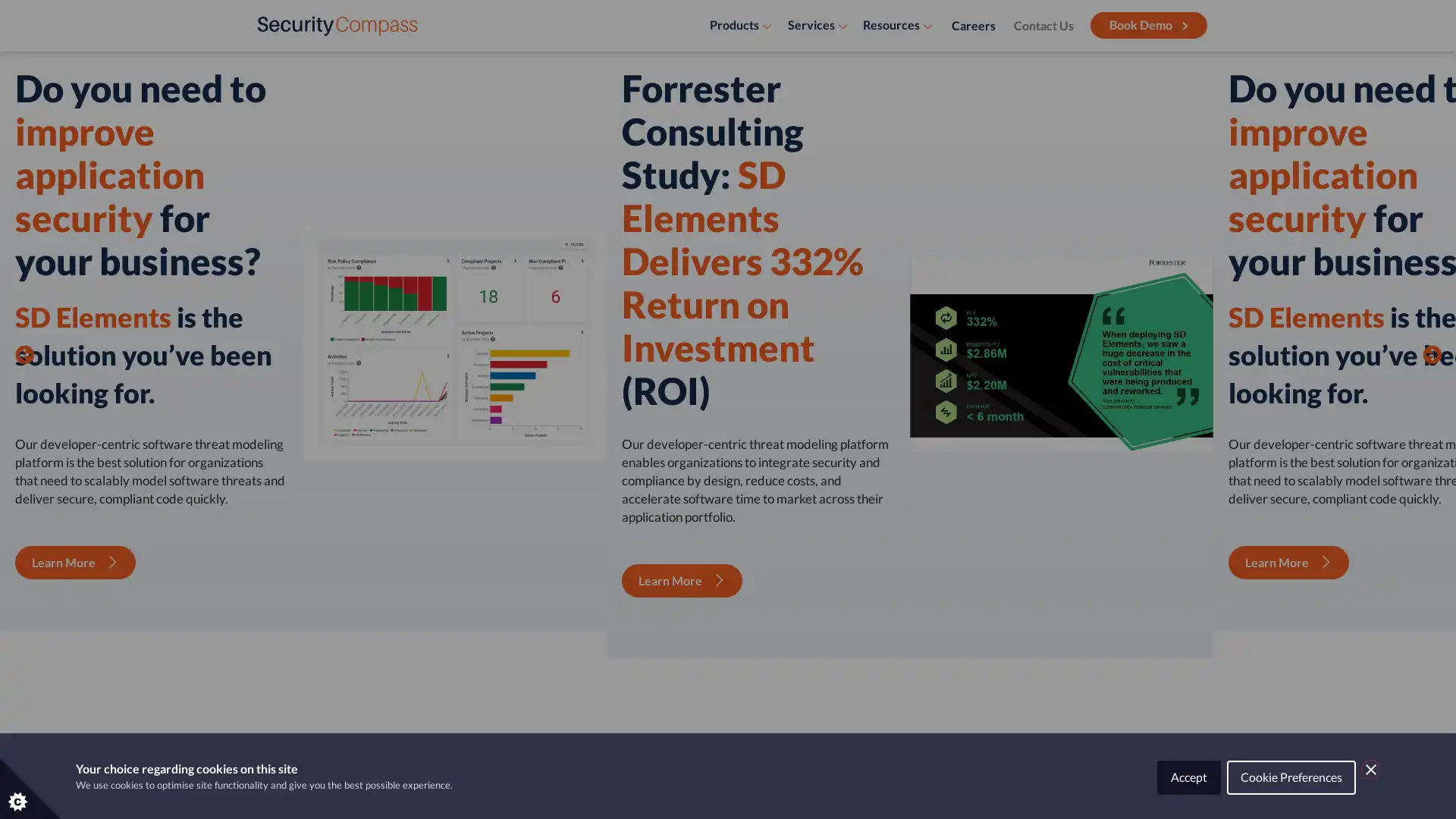 Image resolution: width=1456 pixels, height=819 pixels. Describe the element at coordinates (1188, 777) in the screenshot. I see `Accept` at that location.